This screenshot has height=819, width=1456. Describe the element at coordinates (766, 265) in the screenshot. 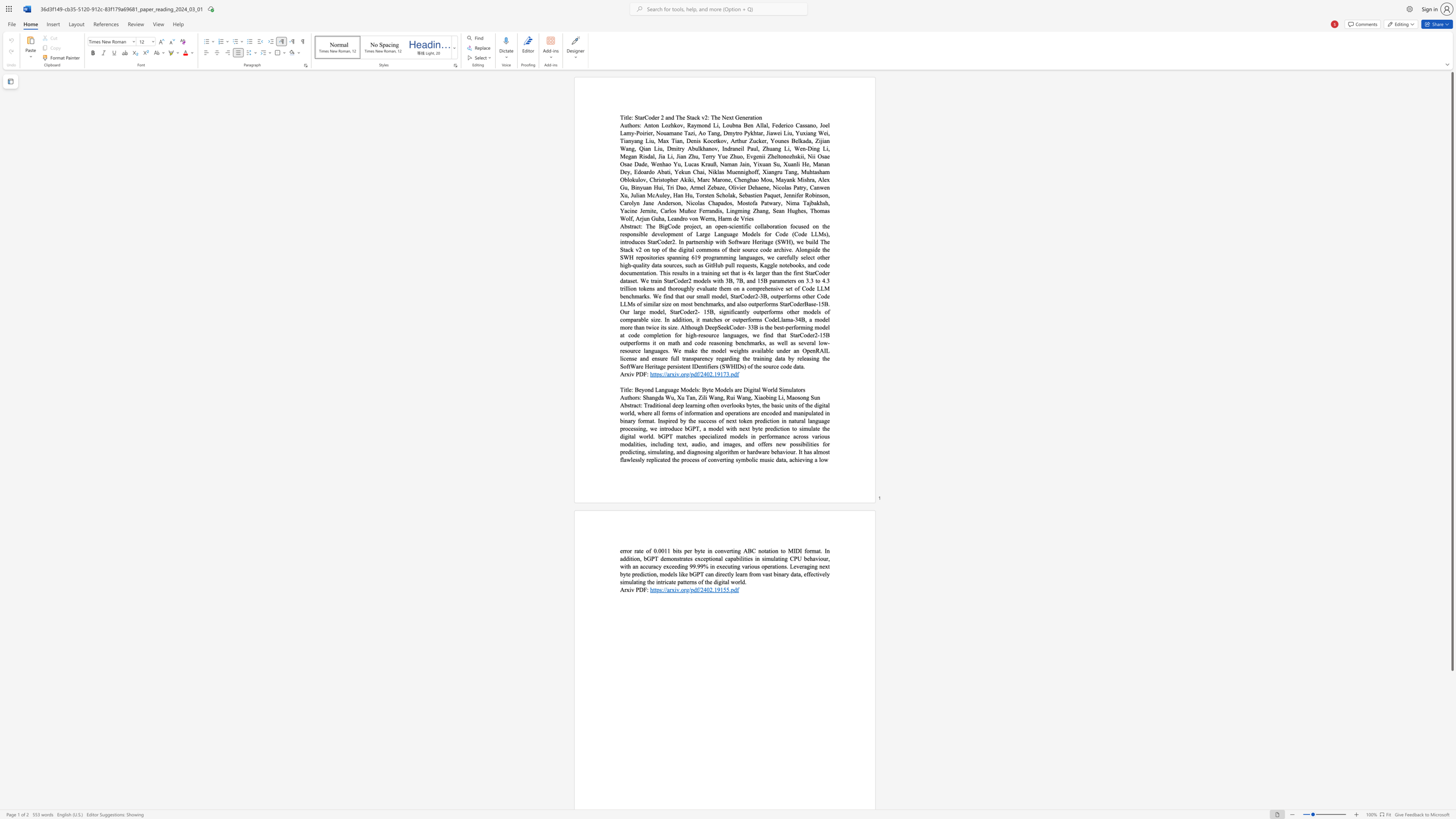

I see `the subset text "ggle notebooks, and code documentation. This results in a training set that is 4x larger than the first StarCoder dataset. We train StarCoder2 models with 3B, 7B, and 15B parameters on 3.3 to 4.3 trillion tokens and thoroughly evaluate them on a comprehensive set of Code LLM benchmarks. We find that our small model, StarCoder2-3B, outperforms other Code LLMs of similar size on most benchmarks, and also outperforms StarCoderBase-15B. Our large model, StarCoder2- 15B, significantly outperforms other models of comparable size. In addition, it matches or outperforms CodeLlama-34B, a model more than twice its size. Although DeepSeekCoder- 33B is the best-performing model at code completion for high-resource languages, we find that StarCoder2-15B outperforms it on math and code reasoning benchmarks, as well as several low-resource languages. We make the model weights available under an OpenRAIL license and ensure full transparency regarding t" within the text "The BigCode project, an open-scientific collaboration focused on the responsible development of Large Language Models for Code (Code LLMs), introduces StarCoder2. In partnership with Software Heritage (SWH), we build The Stack v2 on top of the digital commons of their source code archive. Alongside the SWH repositories spanning 619 programming languages, we carefully select other high-quality data sources, such as GitHub pull requests, Kaggle notebooks, and code documentation. This results in a training set that is 4x larger than the first StarCoder dataset. We train StarCoder2 models with 3B, 7B, and 15B parameters on 3.3 to 4.3 trillion tokens and thoroughly evaluate them on a comprehensive set of Code LLM benchmarks. We find that our small model, StarCoder2-3B, outperforms other Code LLMs of similar size on most benchmarks, and also outperforms StarCoderBase-15B. Our large model, StarCoder2- 15B, significantly outperforms other models of comparable size. In addition, it matches or outperforms CodeLlama-34B, a model more than twice its size. Although DeepSeekCoder- 33B is the best-performing model at code completion for high-resource languages, we find that StarCoder2-15B outperforms it on math and code reasoning benchmarks, as well as several low-resource languages. We make the model weights available under an OpenRAIL license and ensure full transparency regarding the training data by releasing the SoftWare Heritage persistent IDentifiers (SWHIDs) of the source code data."` at that location.